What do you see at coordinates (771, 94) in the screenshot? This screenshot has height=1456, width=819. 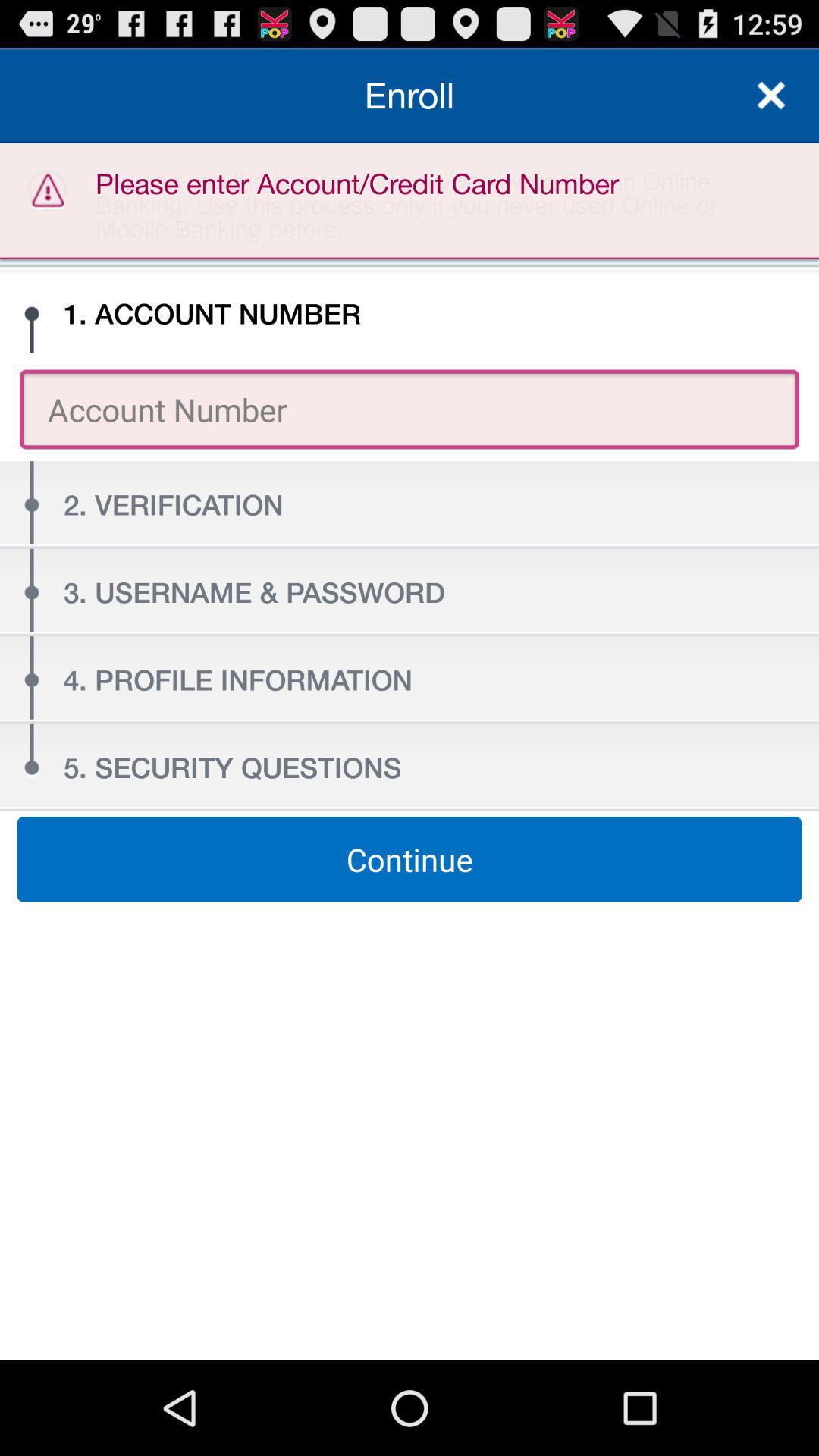 I see `the item to the right of the please enter account` at bounding box center [771, 94].